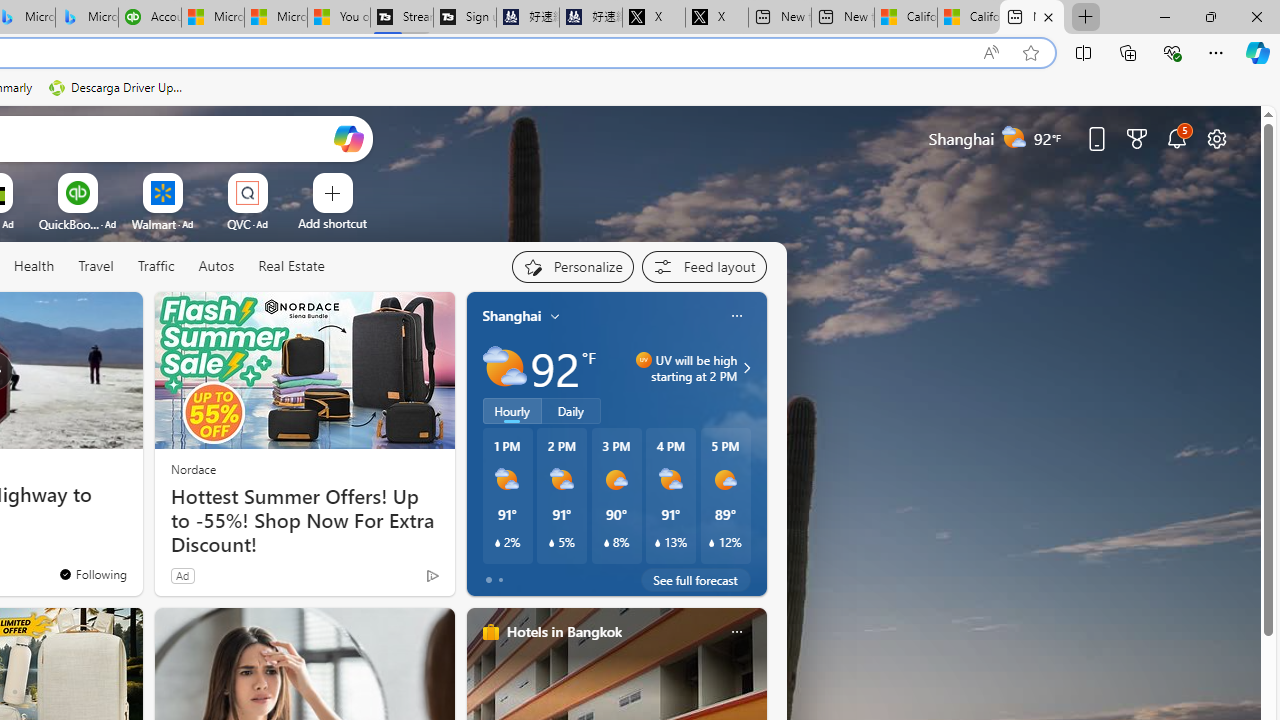  I want to click on 'You', so click(91, 573).